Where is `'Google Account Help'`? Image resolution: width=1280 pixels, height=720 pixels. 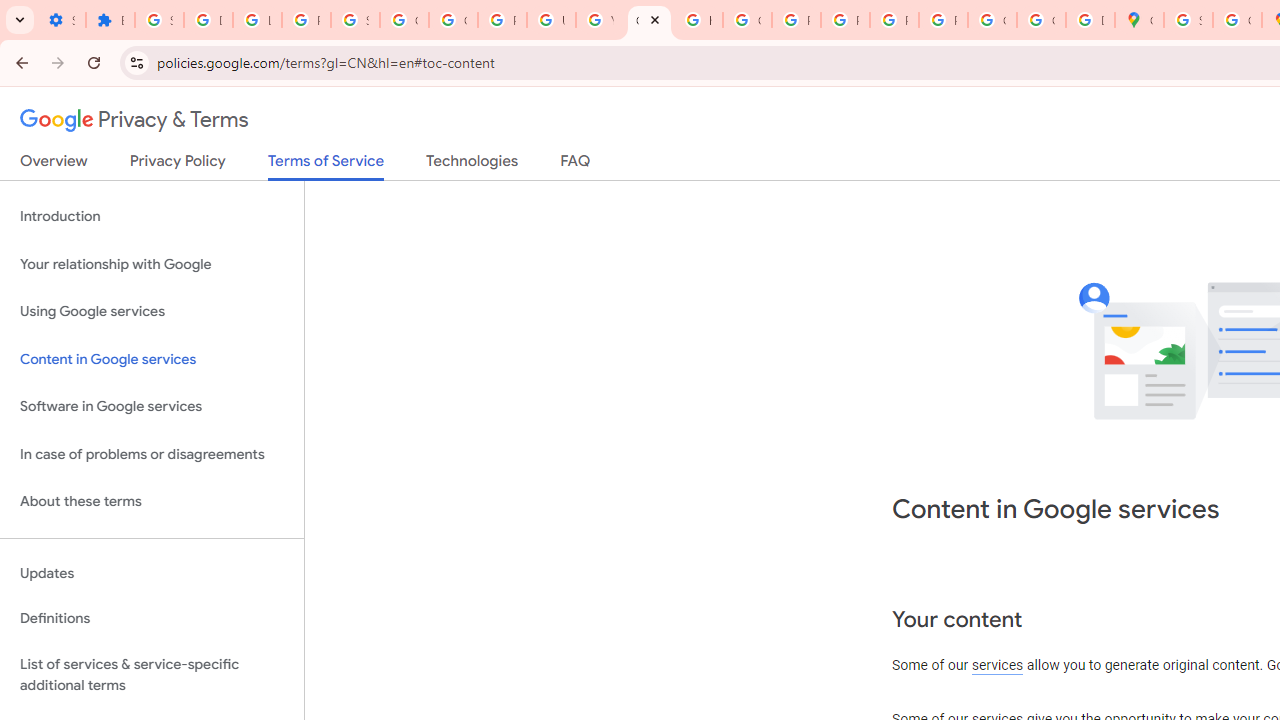 'Google Account Help' is located at coordinates (452, 20).